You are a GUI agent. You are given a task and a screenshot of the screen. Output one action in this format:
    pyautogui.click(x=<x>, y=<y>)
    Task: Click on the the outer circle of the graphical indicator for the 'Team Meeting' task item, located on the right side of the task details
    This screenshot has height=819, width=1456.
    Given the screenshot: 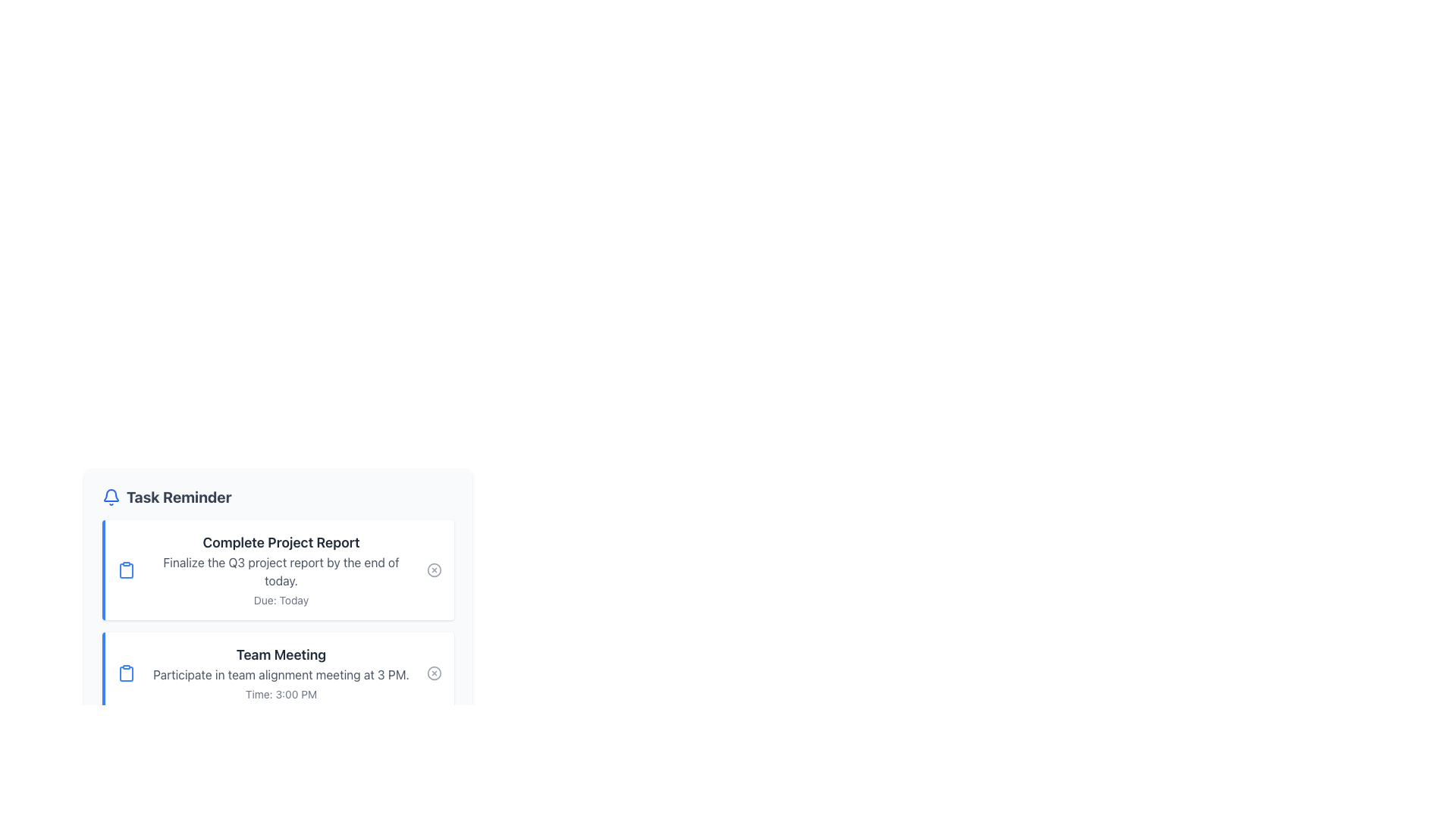 What is the action you would take?
    pyautogui.click(x=433, y=672)
    